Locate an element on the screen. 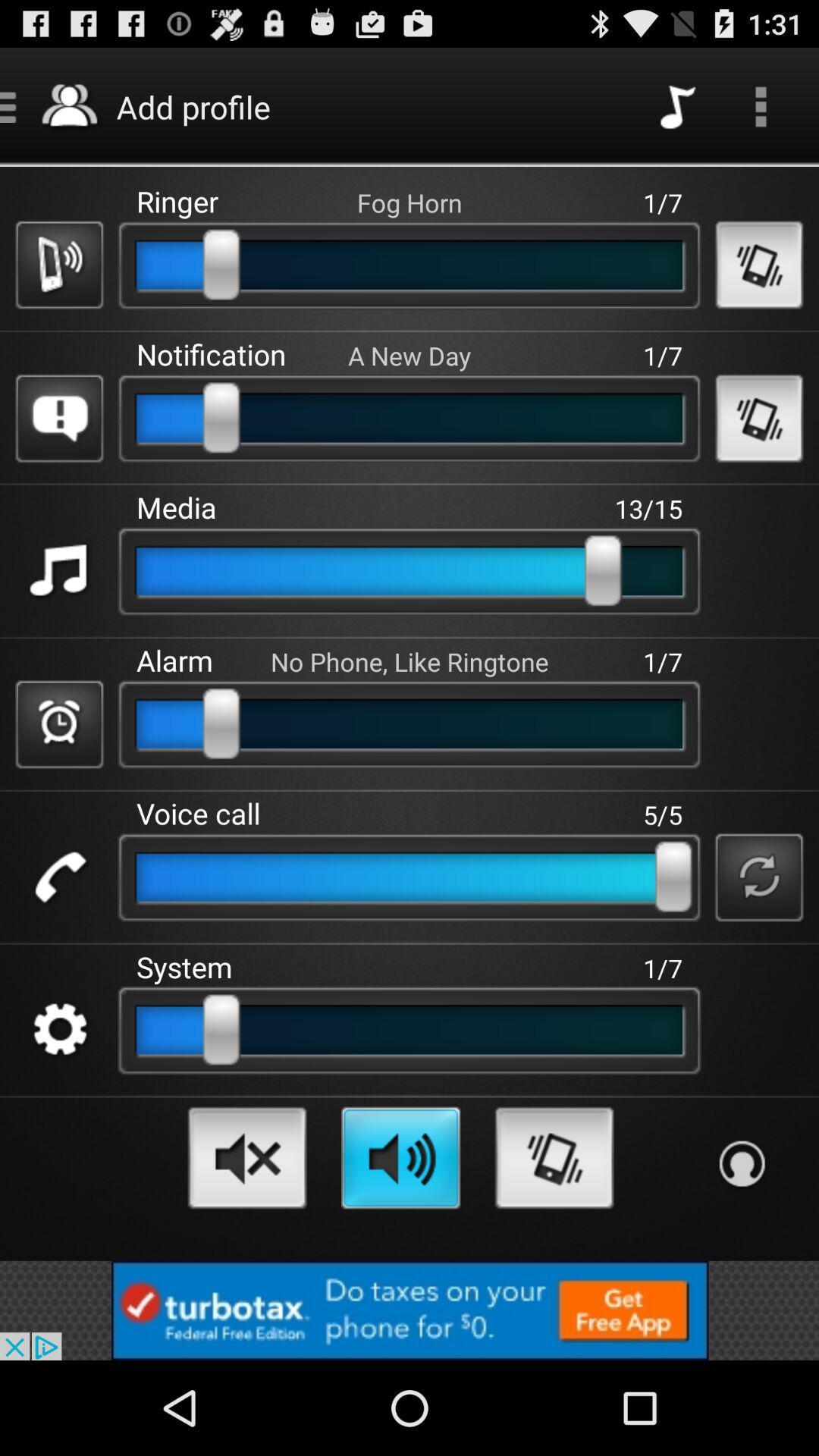  click button is located at coordinates (58, 570).